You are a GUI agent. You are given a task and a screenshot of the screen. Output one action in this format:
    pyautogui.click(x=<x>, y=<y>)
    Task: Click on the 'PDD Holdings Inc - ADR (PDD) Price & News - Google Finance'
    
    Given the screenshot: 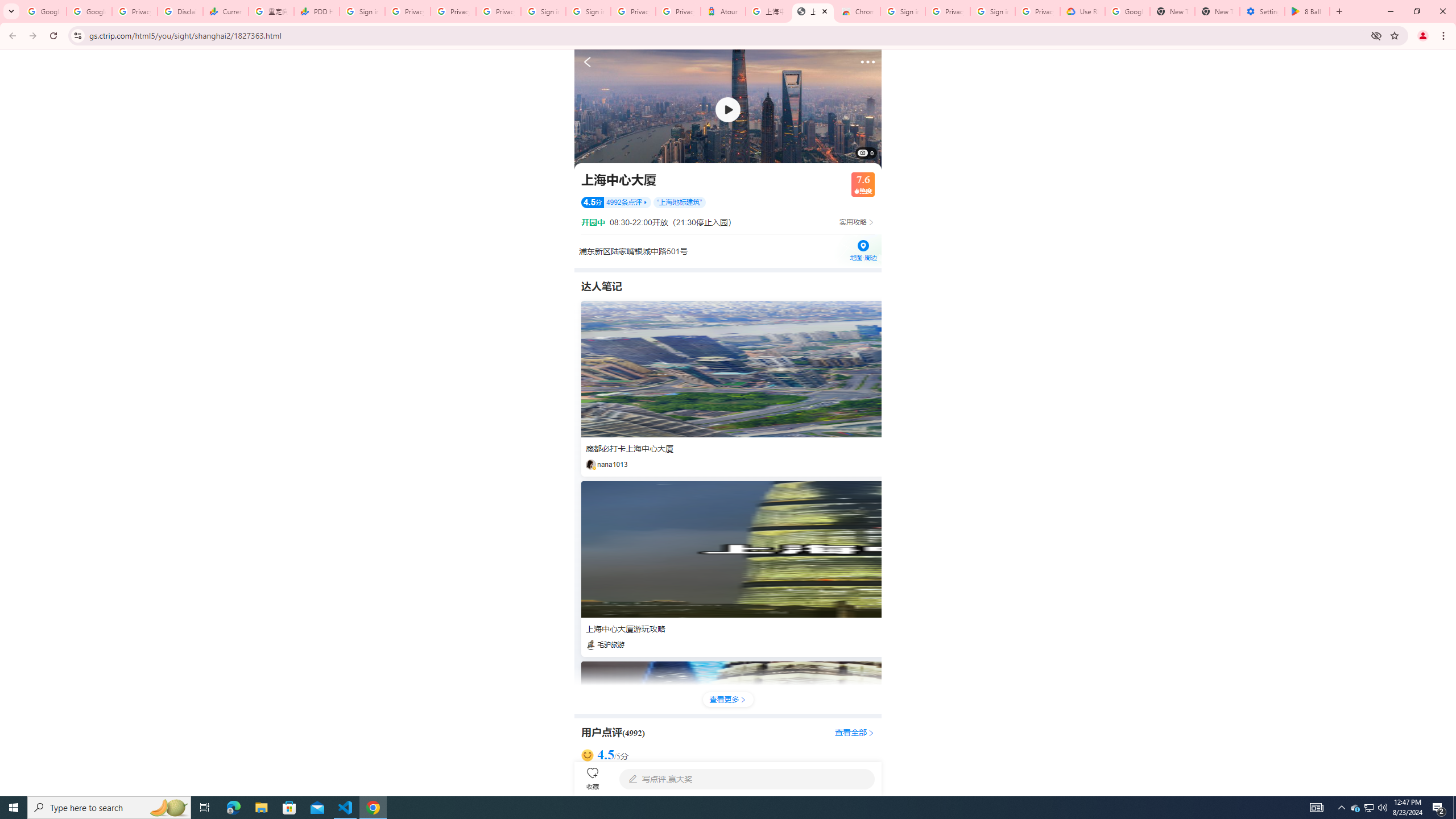 What is the action you would take?
    pyautogui.click(x=316, y=11)
    